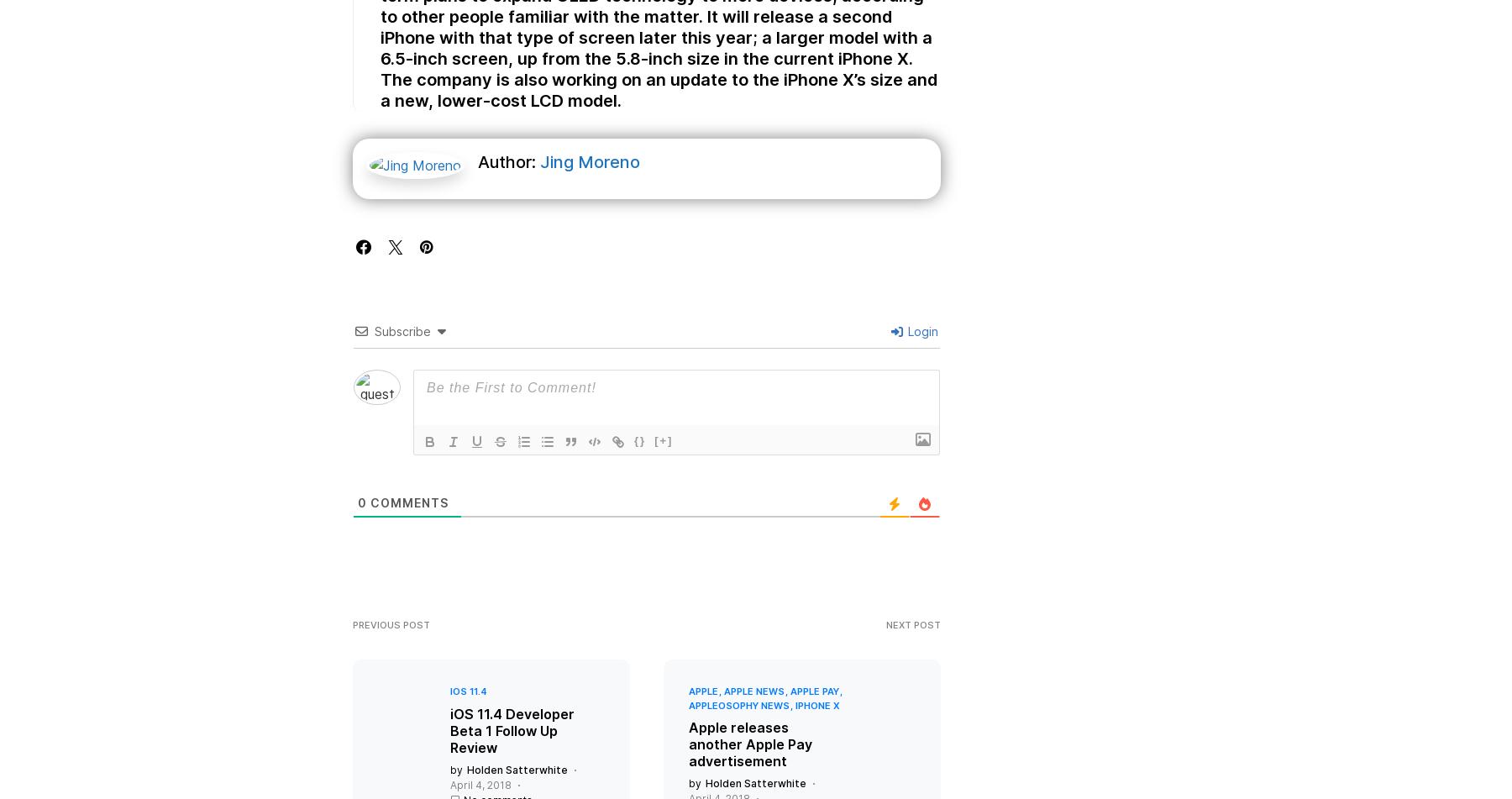  I want to click on 'by', so click(455, 785).